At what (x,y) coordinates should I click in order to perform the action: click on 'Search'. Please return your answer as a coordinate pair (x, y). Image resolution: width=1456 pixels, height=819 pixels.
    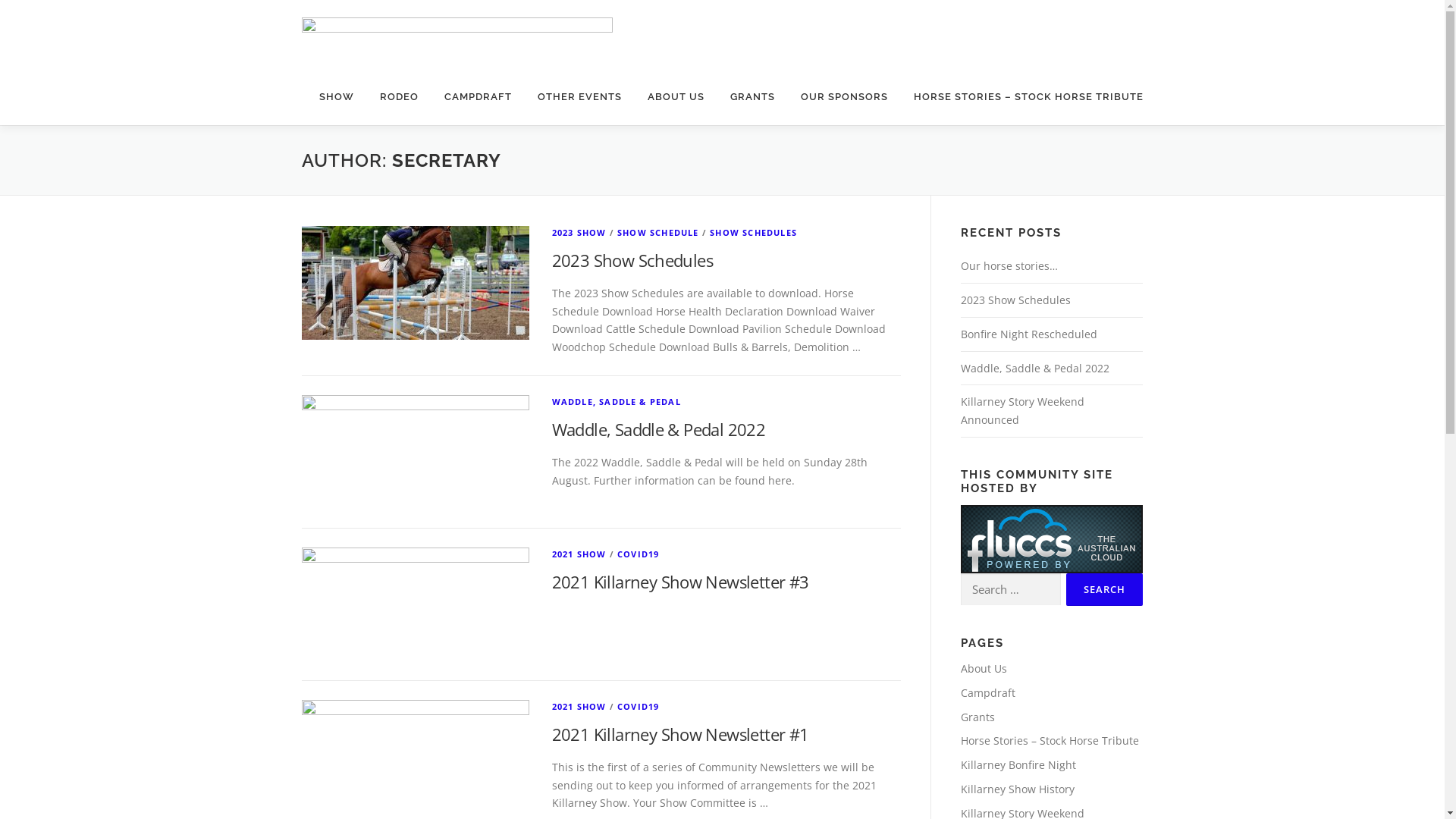
    Looking at the image, I should click on (1065, 588).